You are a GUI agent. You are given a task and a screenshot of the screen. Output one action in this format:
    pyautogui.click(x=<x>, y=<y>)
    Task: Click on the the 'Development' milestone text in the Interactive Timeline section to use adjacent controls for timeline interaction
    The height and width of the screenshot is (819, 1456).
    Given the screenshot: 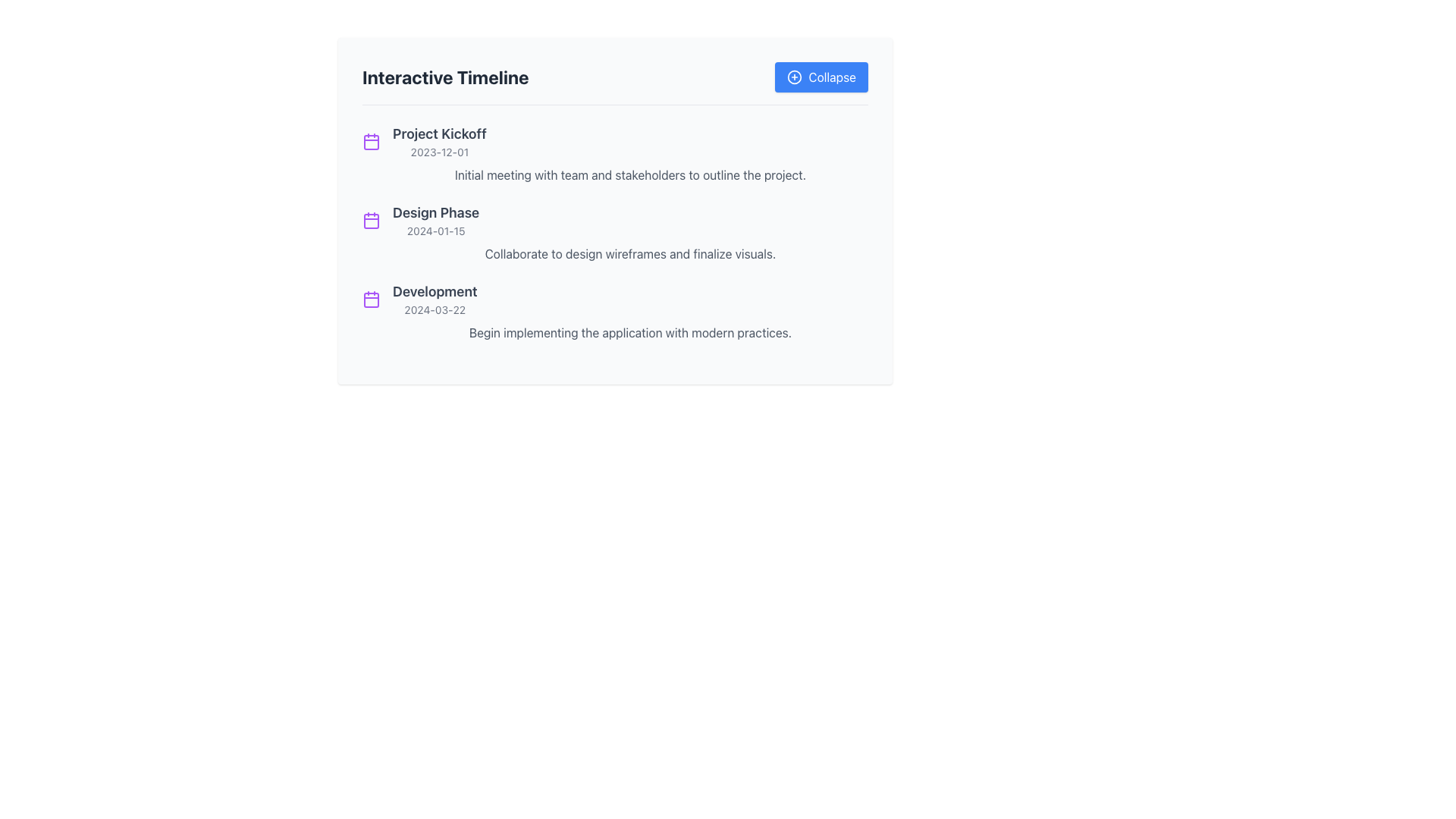 What is the action you would take?
    pyautogui.click(x=434, y=299)
    